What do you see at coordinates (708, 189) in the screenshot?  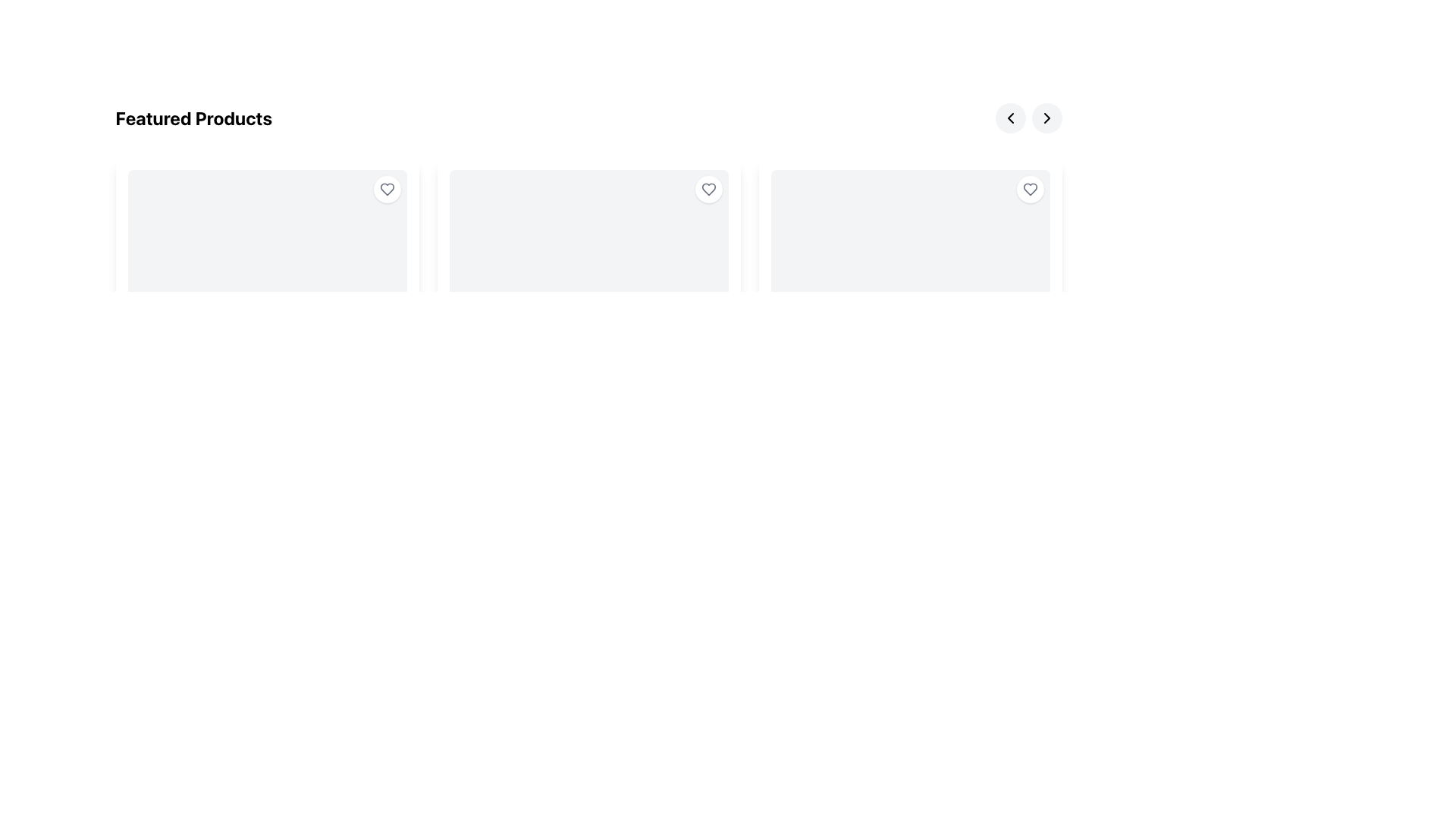 I see `the heart-shaped icon representing a 'like' or 'favorite' action located at the top-right corner of the second card under the 'Featured Products' section` at bounding box center [708, 189].